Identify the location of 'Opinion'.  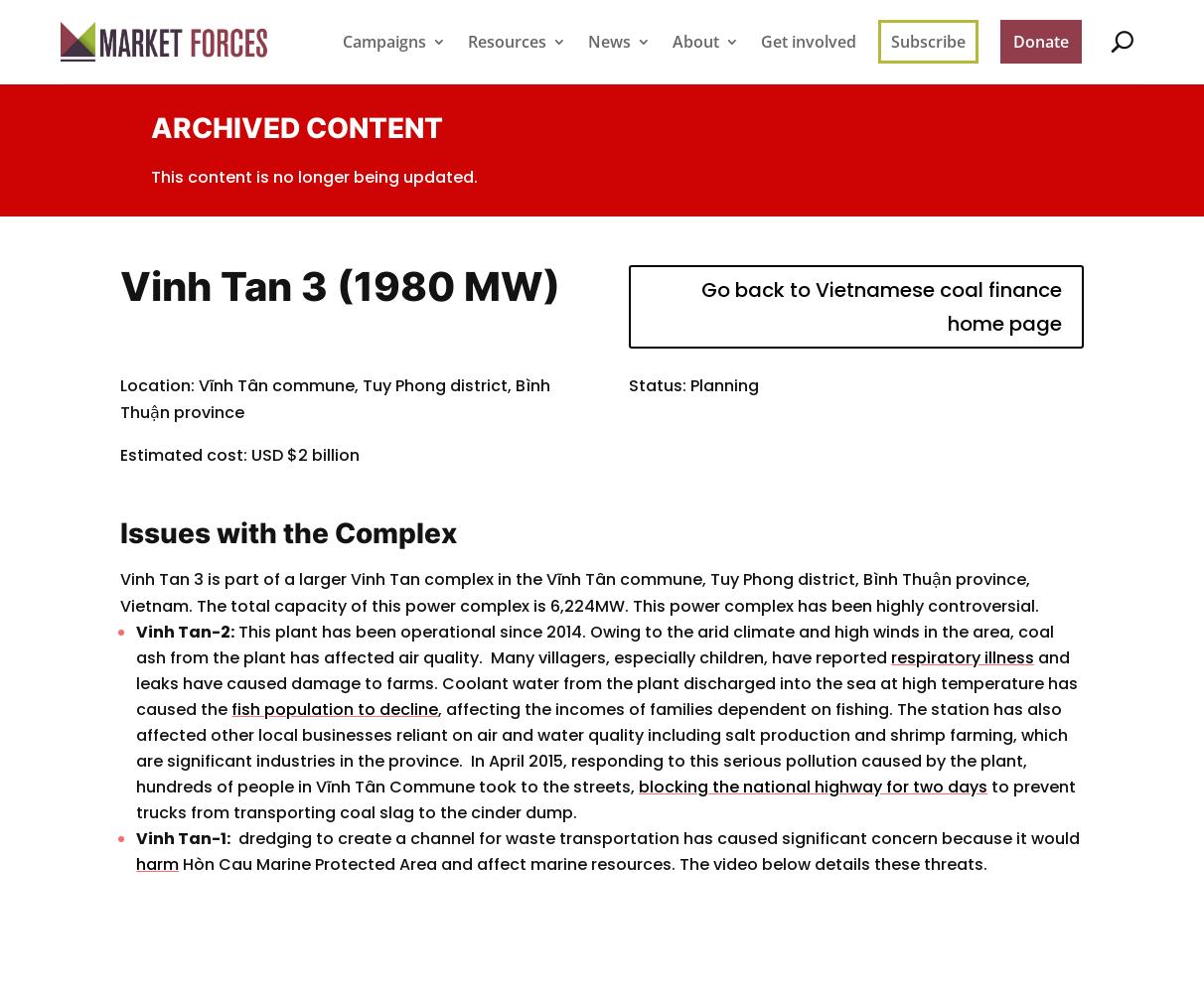
(646, 227).